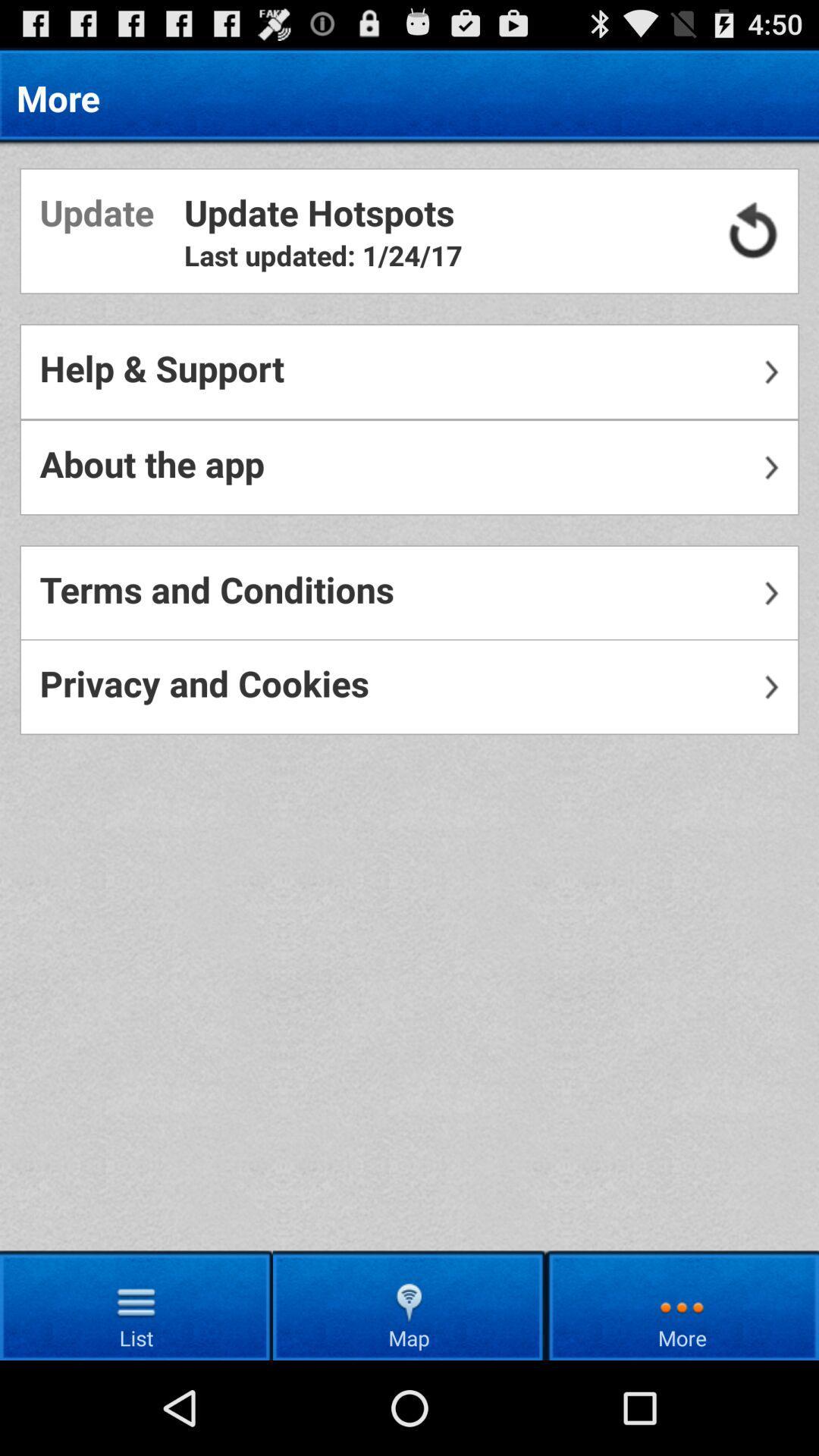 This screenshot has width=819, height=1456. Describe the element at coordinates (409, 466) in the screenshot. I see `item above terms and conditions` at that location.